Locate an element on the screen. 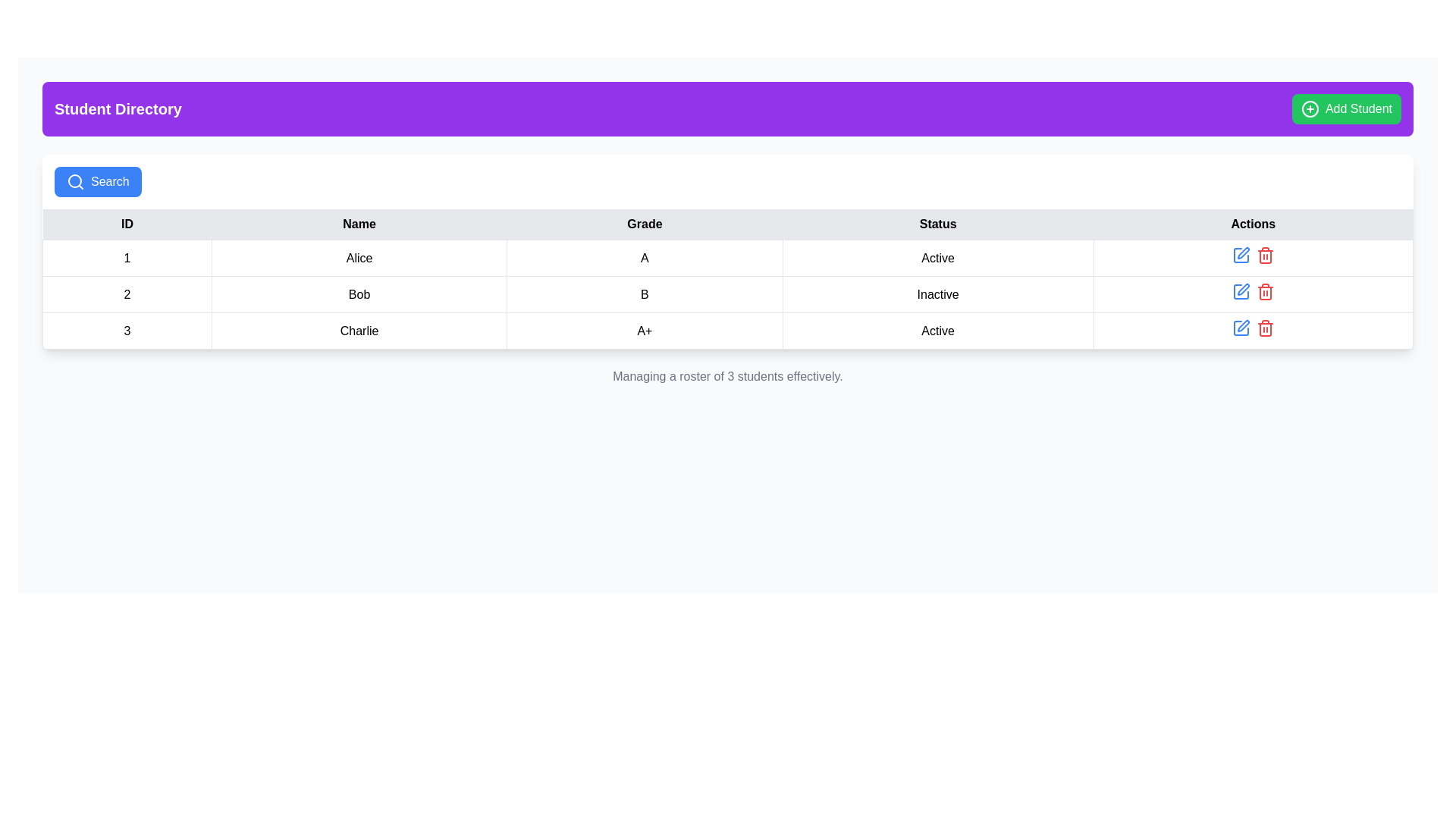  the text label displaying 'Inactive' located in the fourth column of the second row of the table, under the 'Status' header is located at coordinates (937, 294).